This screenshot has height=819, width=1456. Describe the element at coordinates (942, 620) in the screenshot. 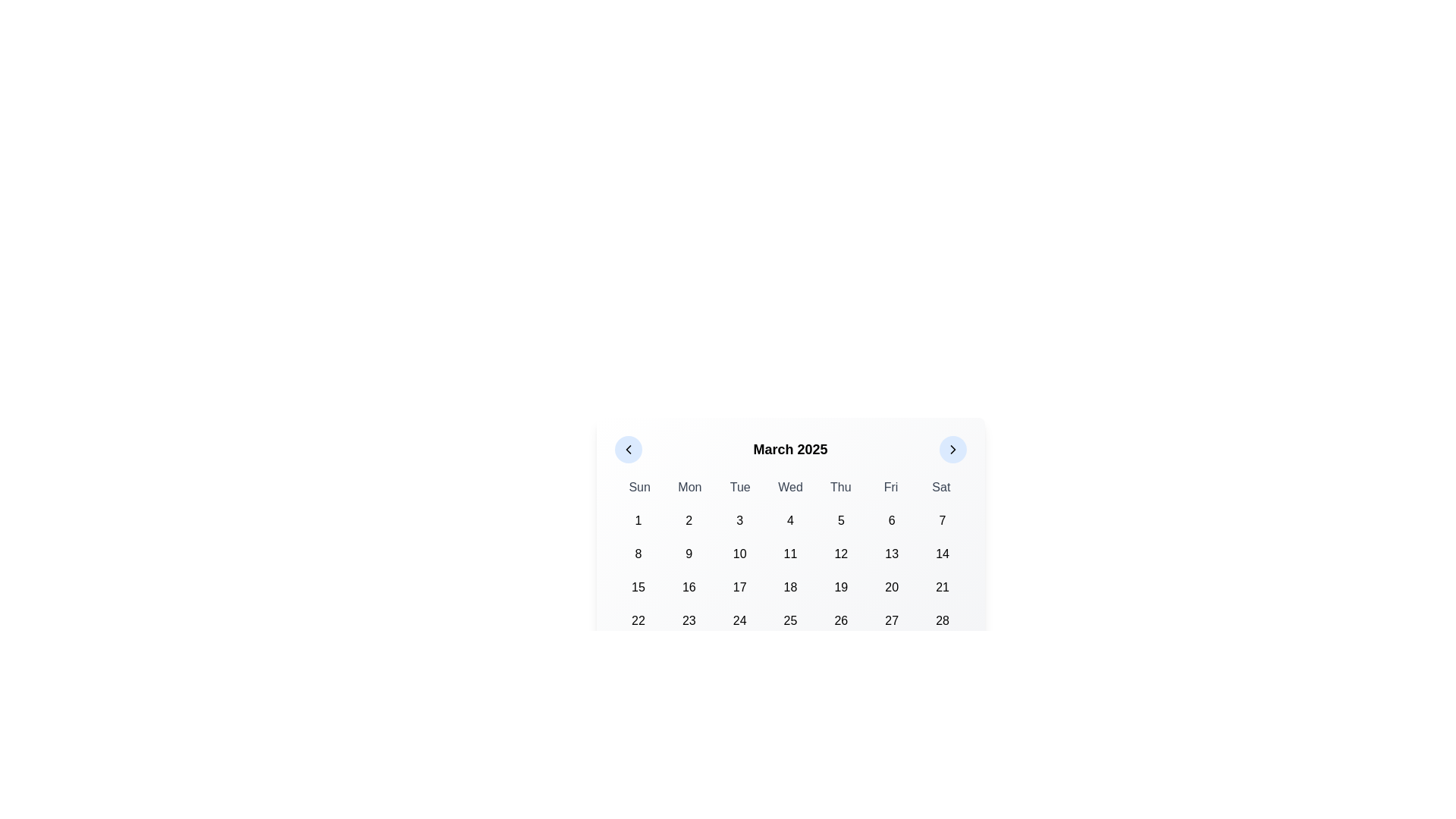

I see `the clickable calendar date cell representing the 28th date in the calendar, located in the bottom-right corner under the 'Fri' column` at that location.